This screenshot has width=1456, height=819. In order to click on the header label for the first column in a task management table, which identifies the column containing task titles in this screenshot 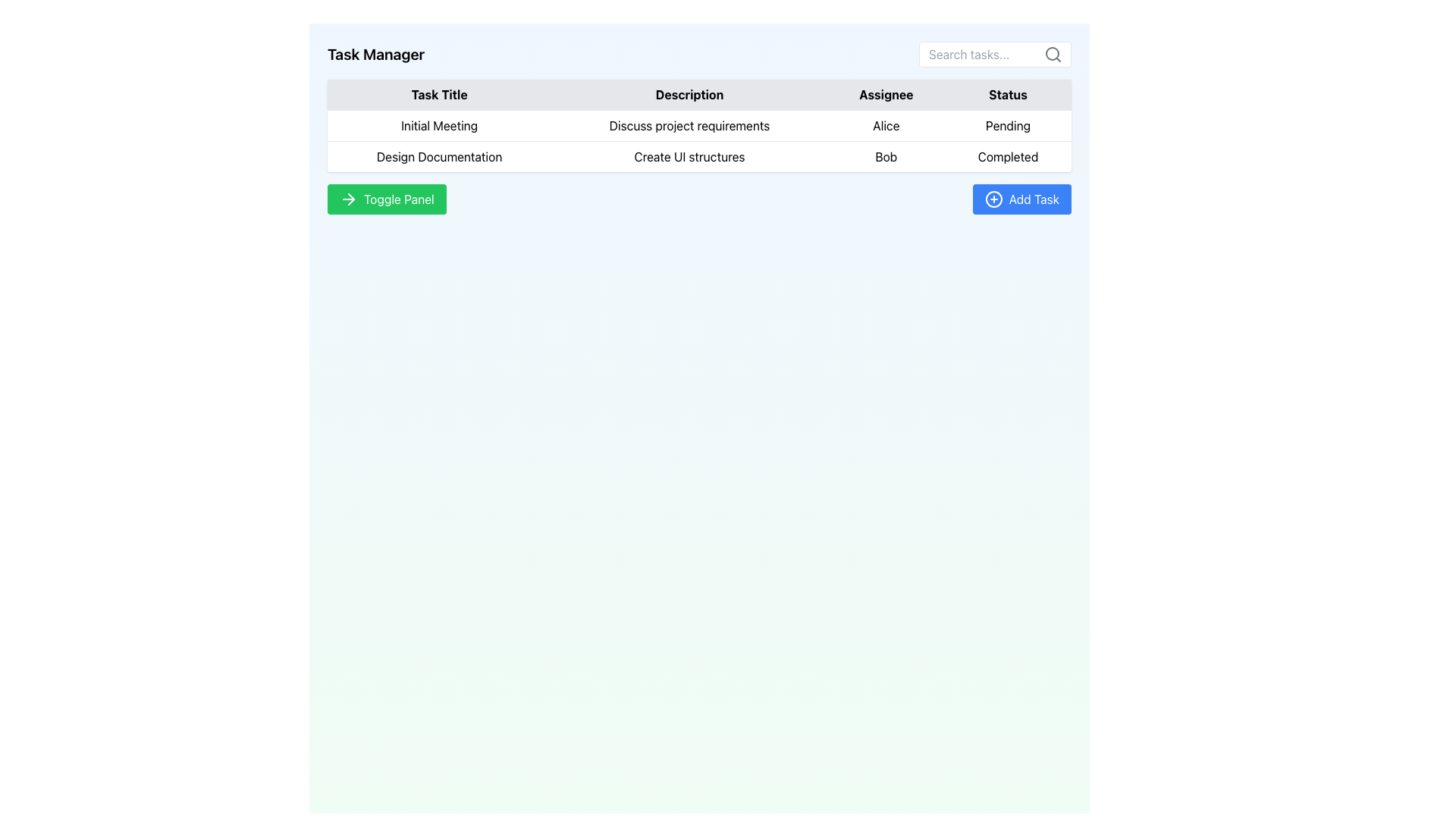, I will do `click(438, 95)`.